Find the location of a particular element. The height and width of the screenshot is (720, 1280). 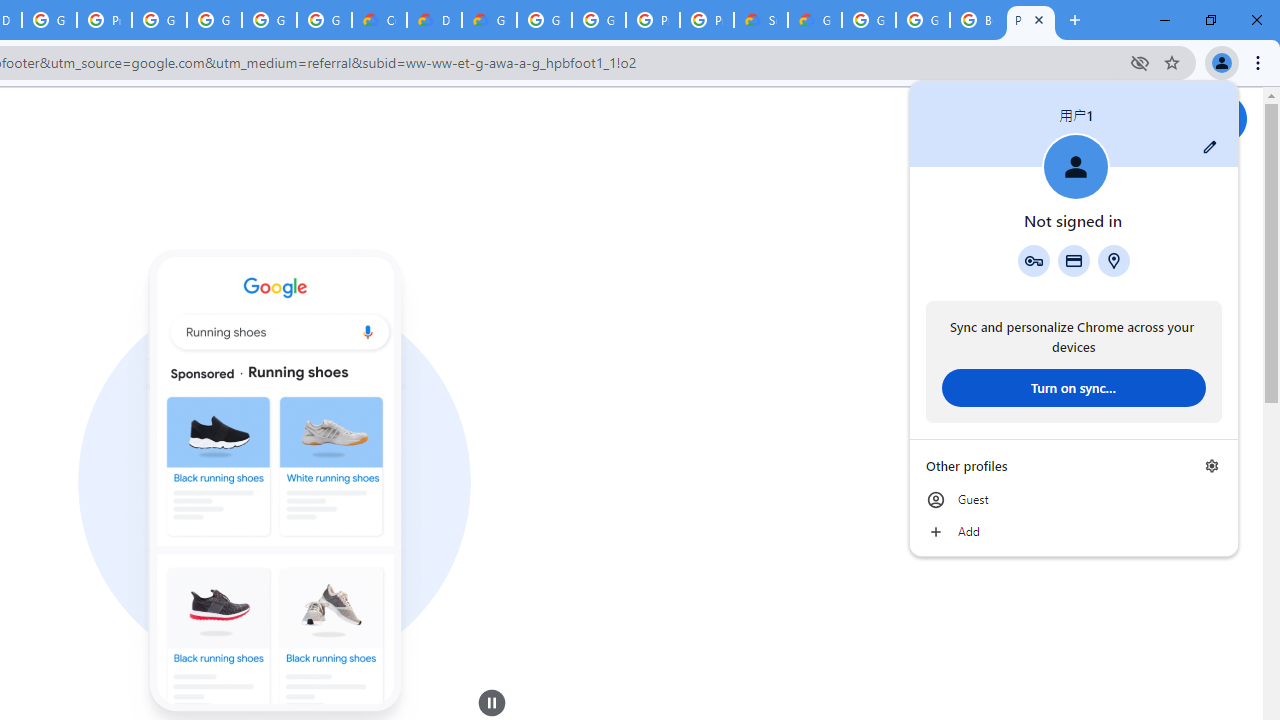

'Gemini for Business and Developers | Google Cloud' is located at coordinates (489, 20).